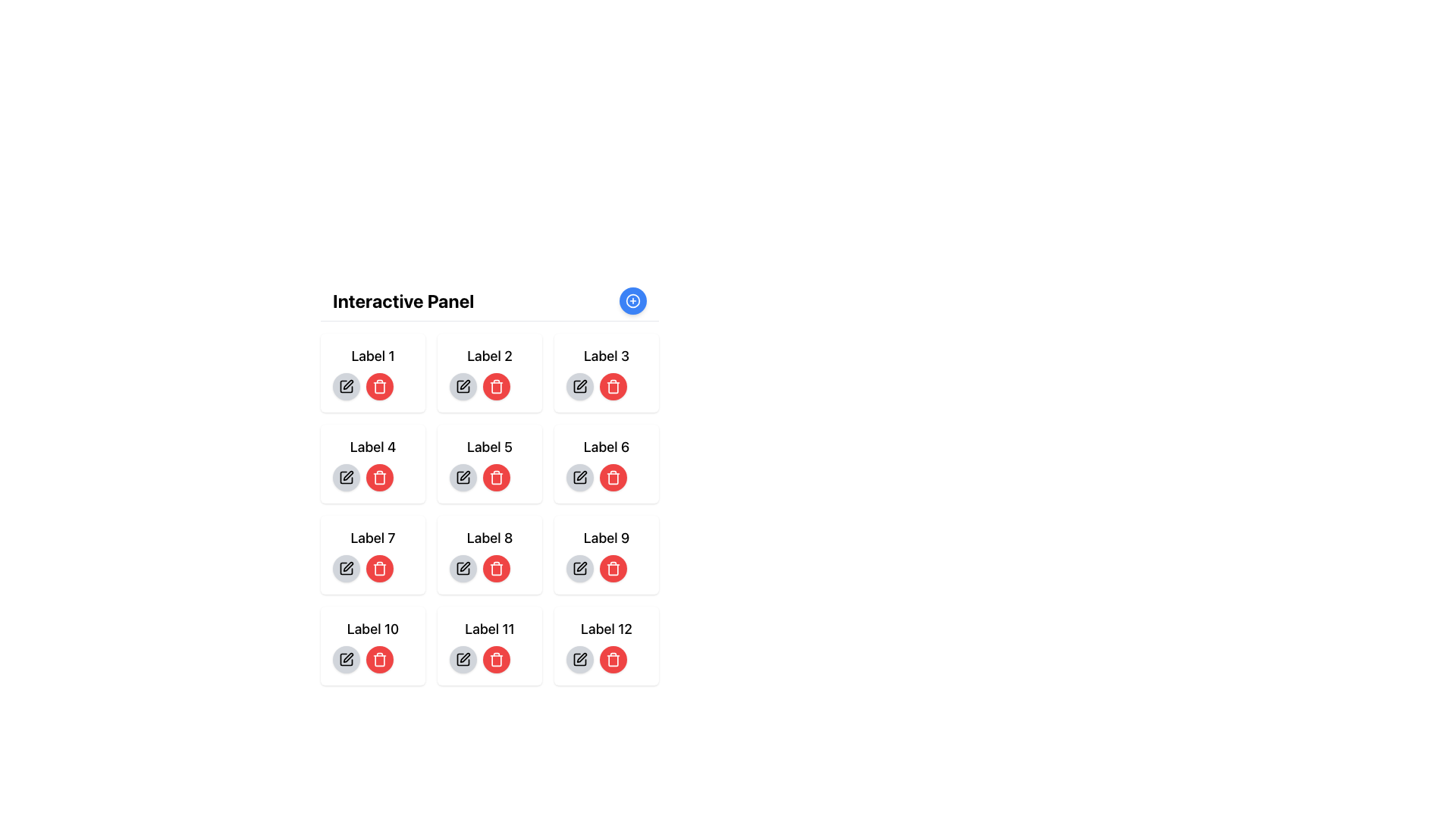  What do you see at coordinates (613, 568) in the screenshot?
I see `the red circular button with a white trash bin icon` at bounding box center [613, 568].